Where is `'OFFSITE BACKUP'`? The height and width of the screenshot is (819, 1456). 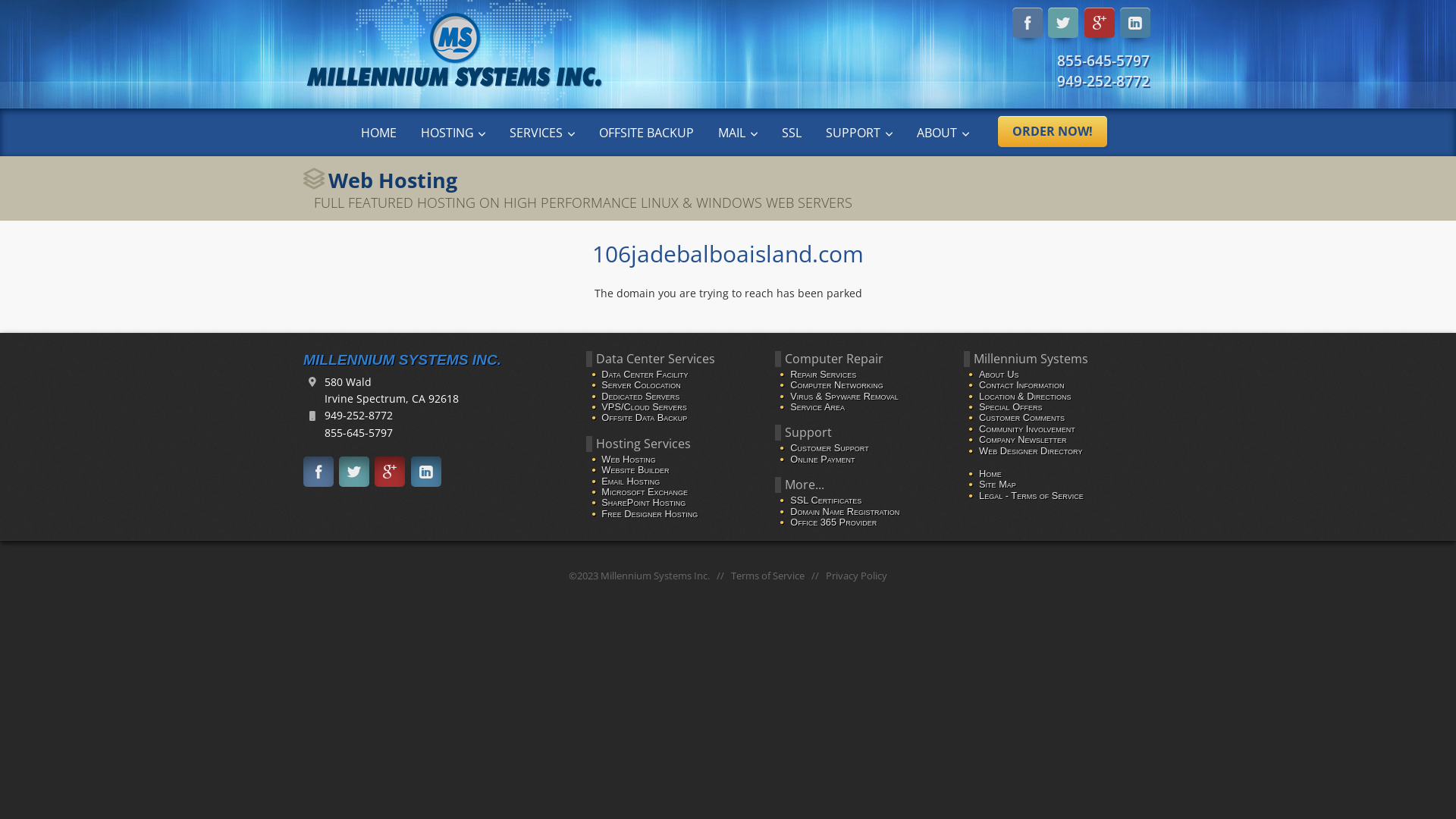 'OFFSITE BACKUP' is located at coordinates (646, 131).